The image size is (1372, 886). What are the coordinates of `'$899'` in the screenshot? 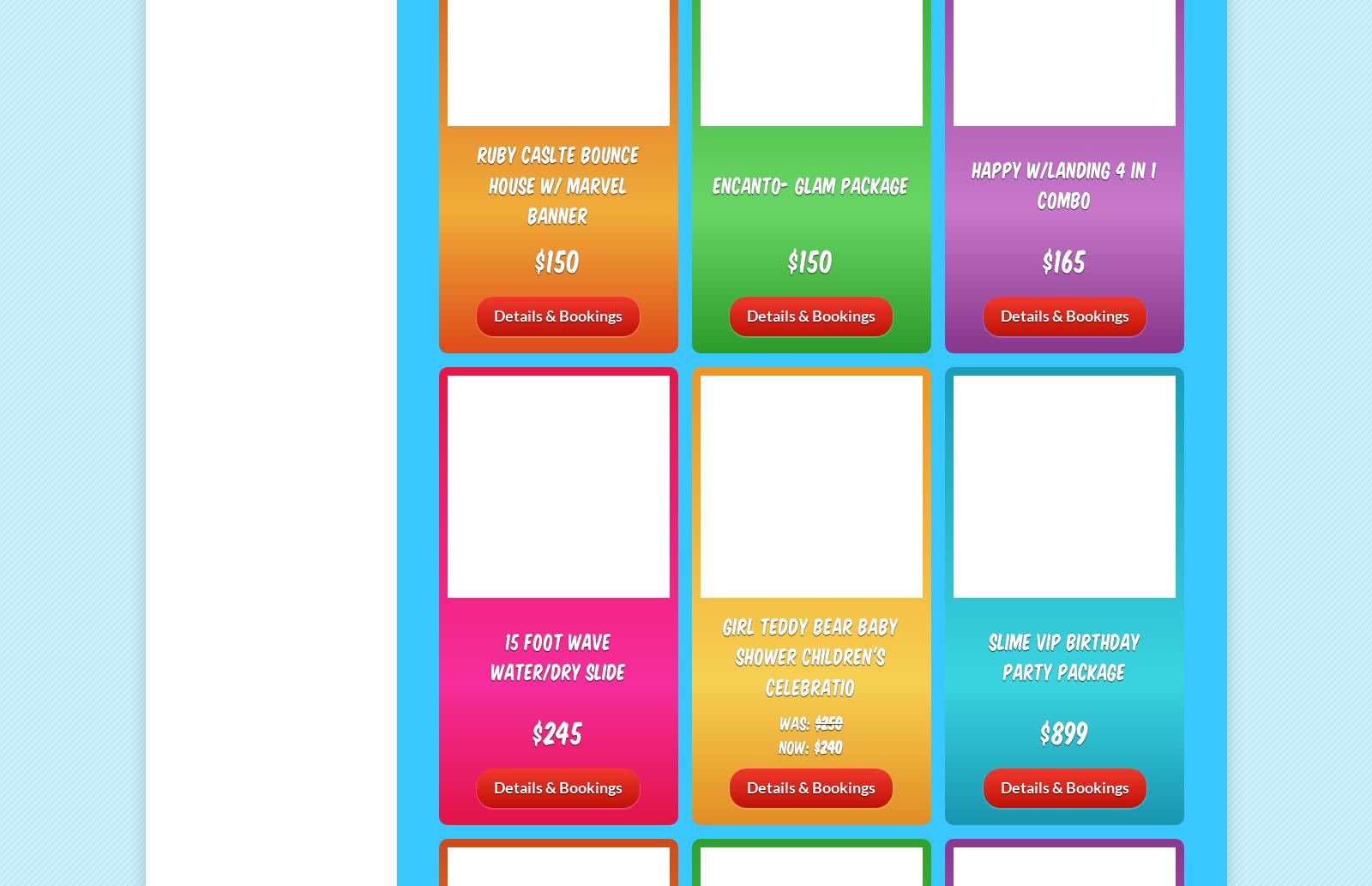 It's located at (1062, 731).